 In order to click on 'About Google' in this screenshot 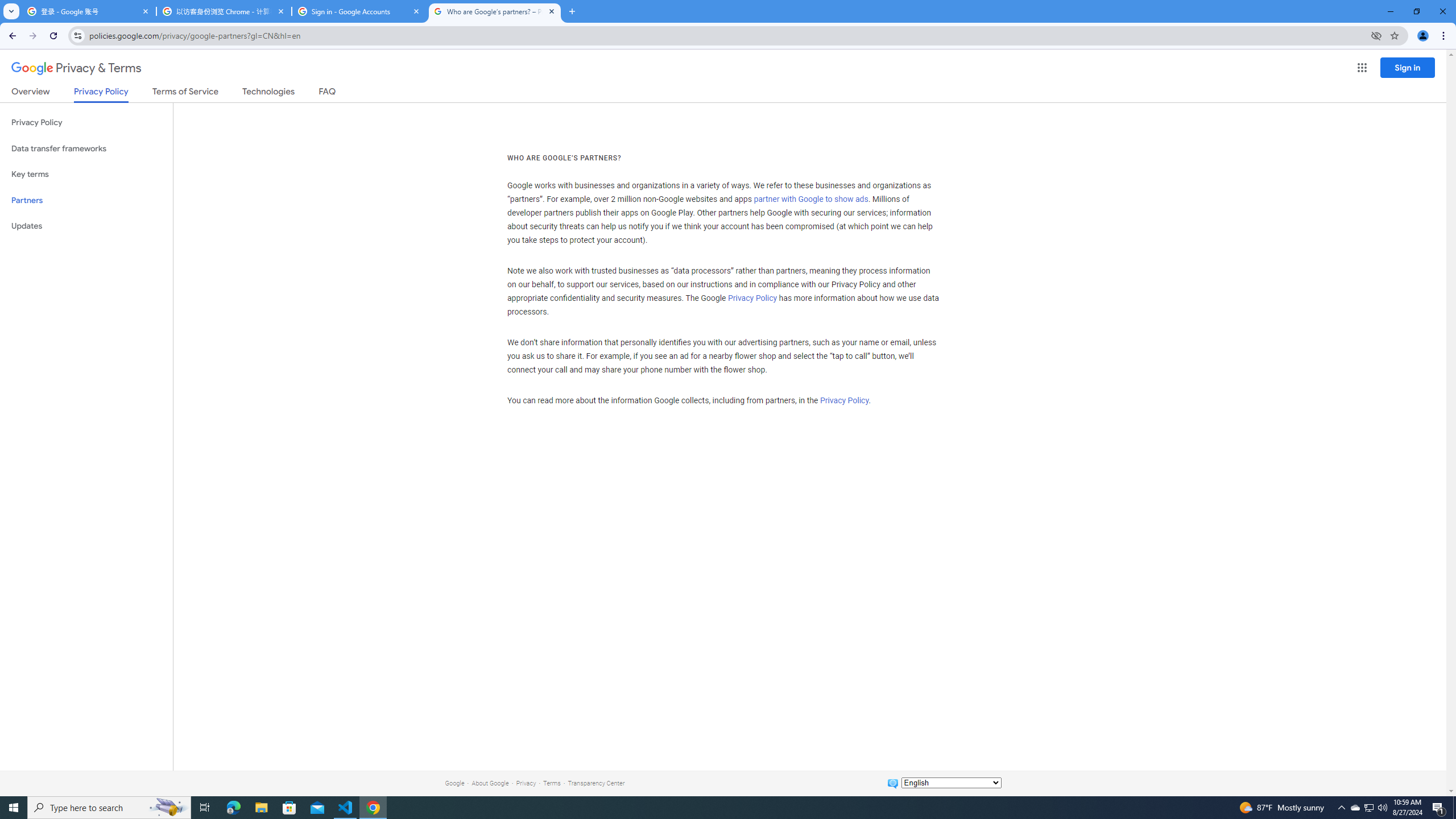, I will do `click(490, 783)`.